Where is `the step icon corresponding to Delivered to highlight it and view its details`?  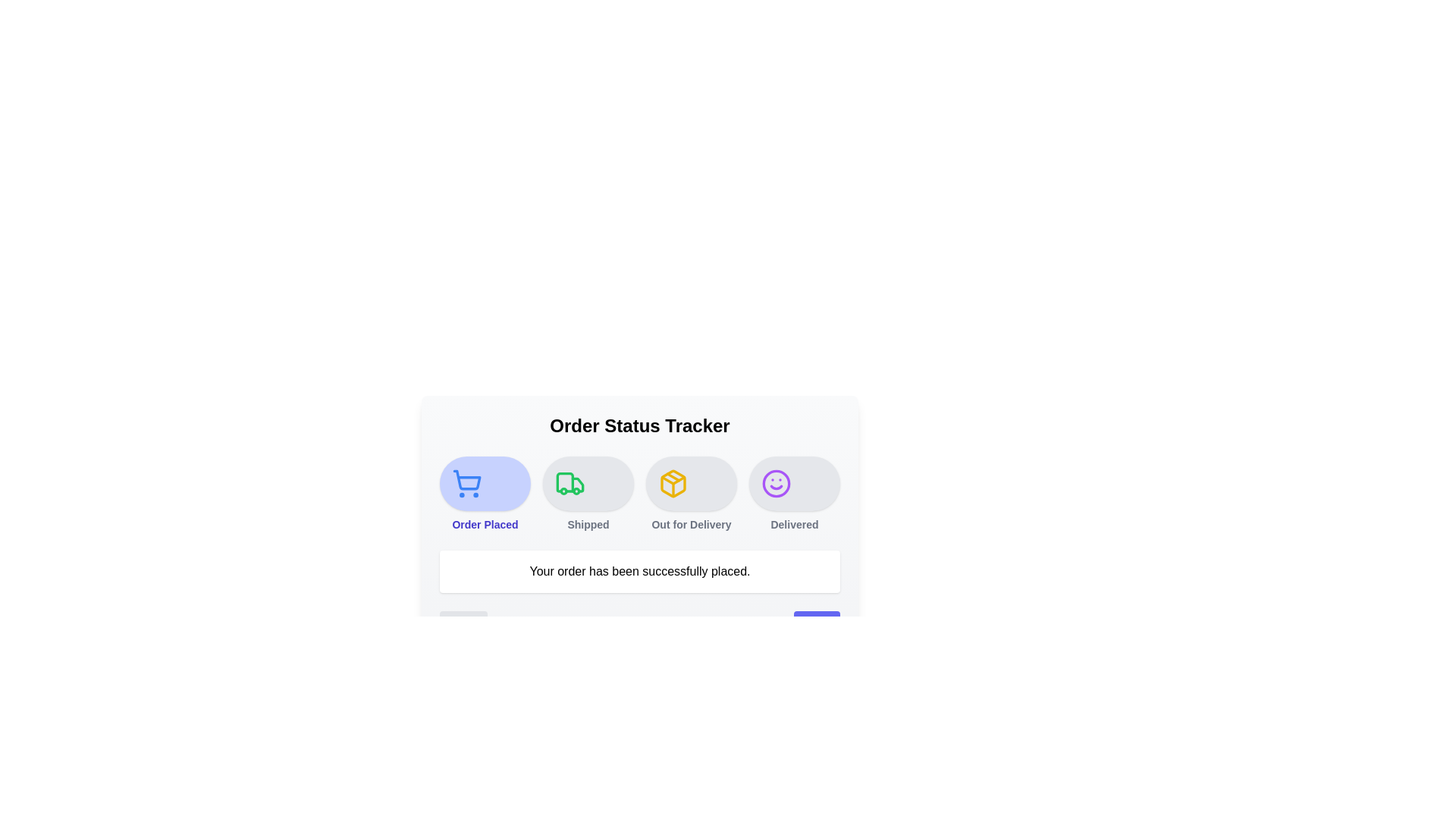
the step icon corresponding to Delivered to highlight it and view its details is located at coordinates (793, 483).